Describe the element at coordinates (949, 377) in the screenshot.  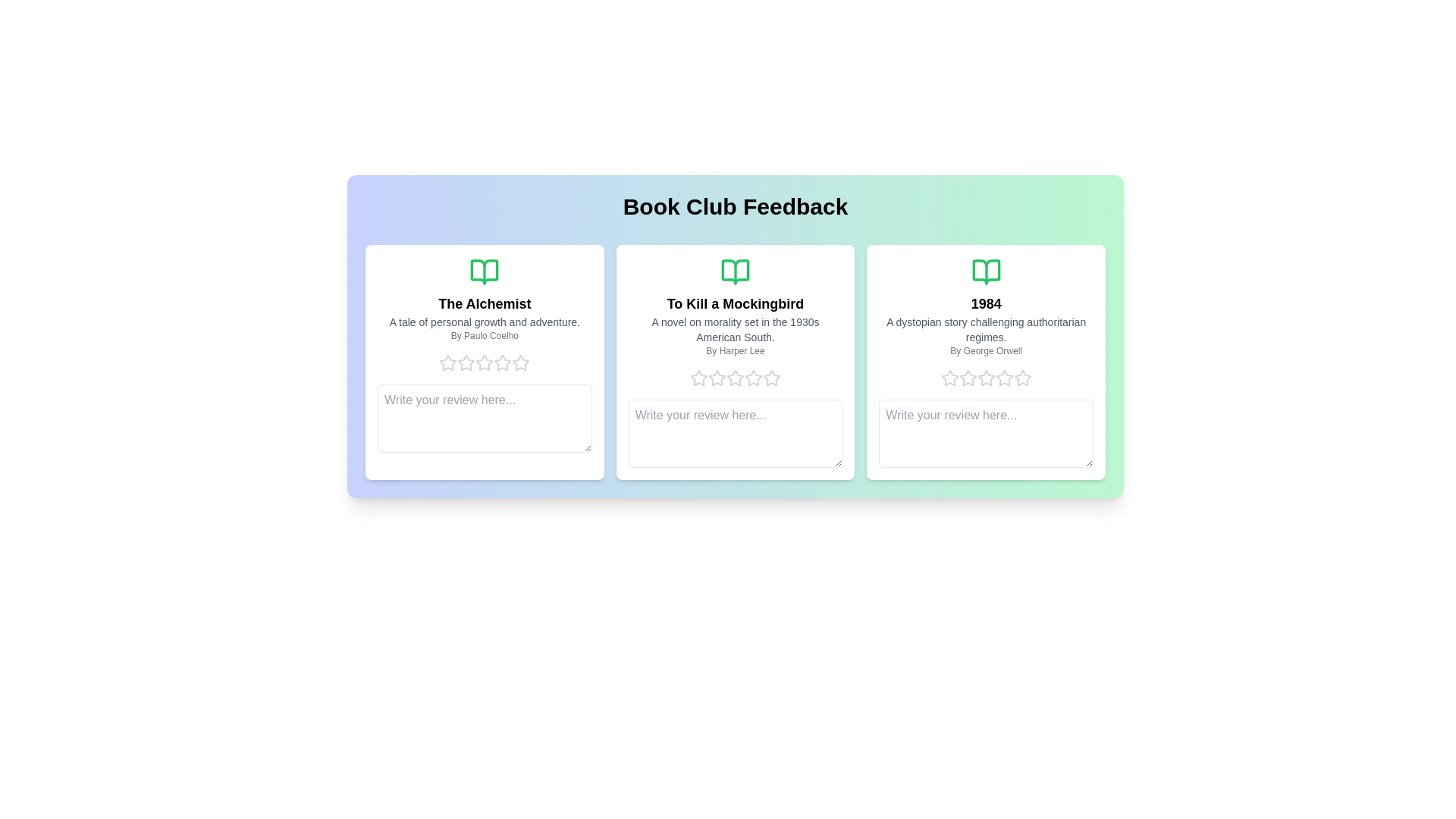
I see `the first star-shaped Interactive Rating Icon in the Book Club Feedback section for the book '1984' by George Orwell` at that location.